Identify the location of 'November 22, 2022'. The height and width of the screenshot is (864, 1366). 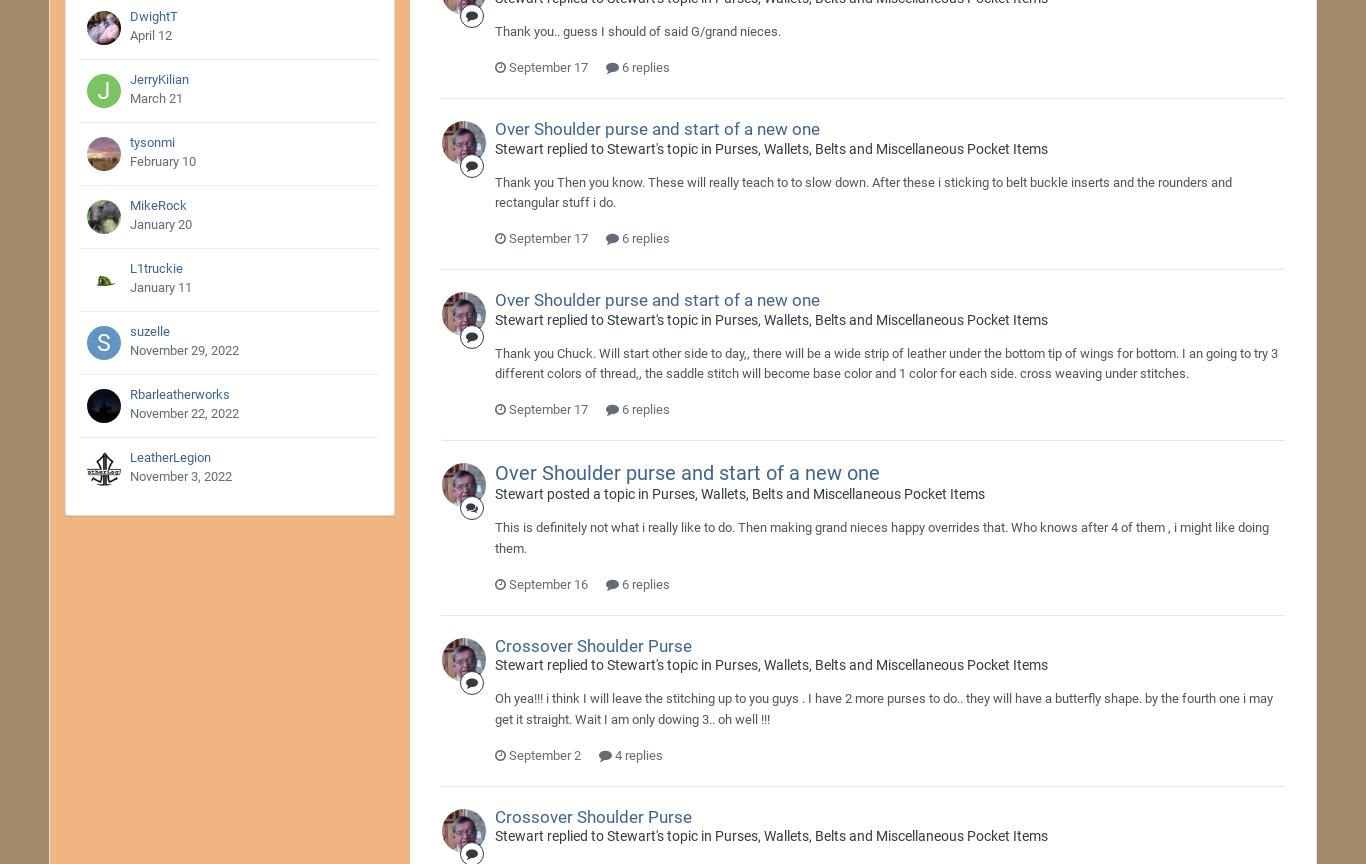
(129, 412).